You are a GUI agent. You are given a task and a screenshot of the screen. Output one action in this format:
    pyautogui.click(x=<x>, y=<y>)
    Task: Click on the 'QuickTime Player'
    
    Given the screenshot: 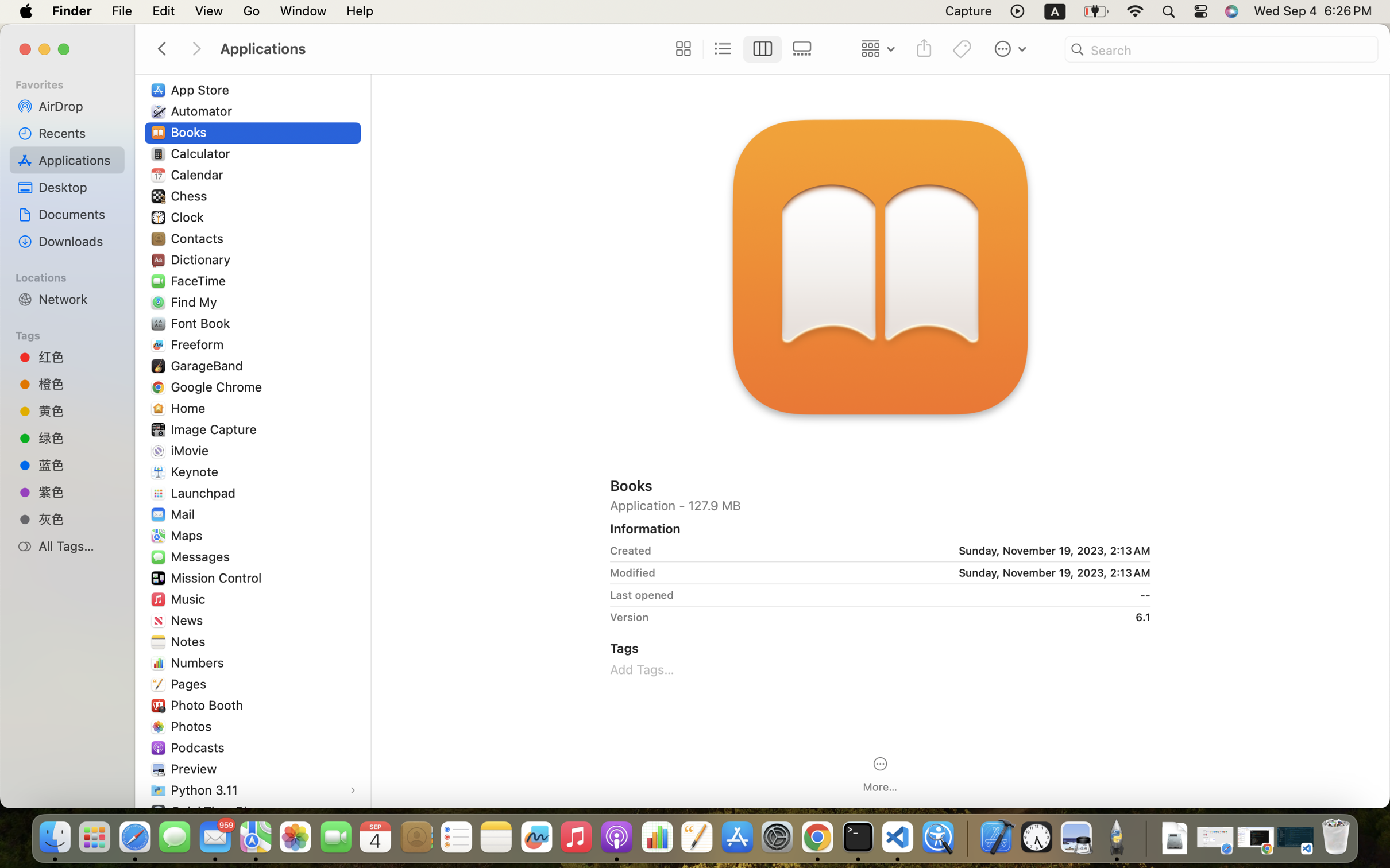 What is the action you would take?
    pyautogui.click(x=223, y=811)
    